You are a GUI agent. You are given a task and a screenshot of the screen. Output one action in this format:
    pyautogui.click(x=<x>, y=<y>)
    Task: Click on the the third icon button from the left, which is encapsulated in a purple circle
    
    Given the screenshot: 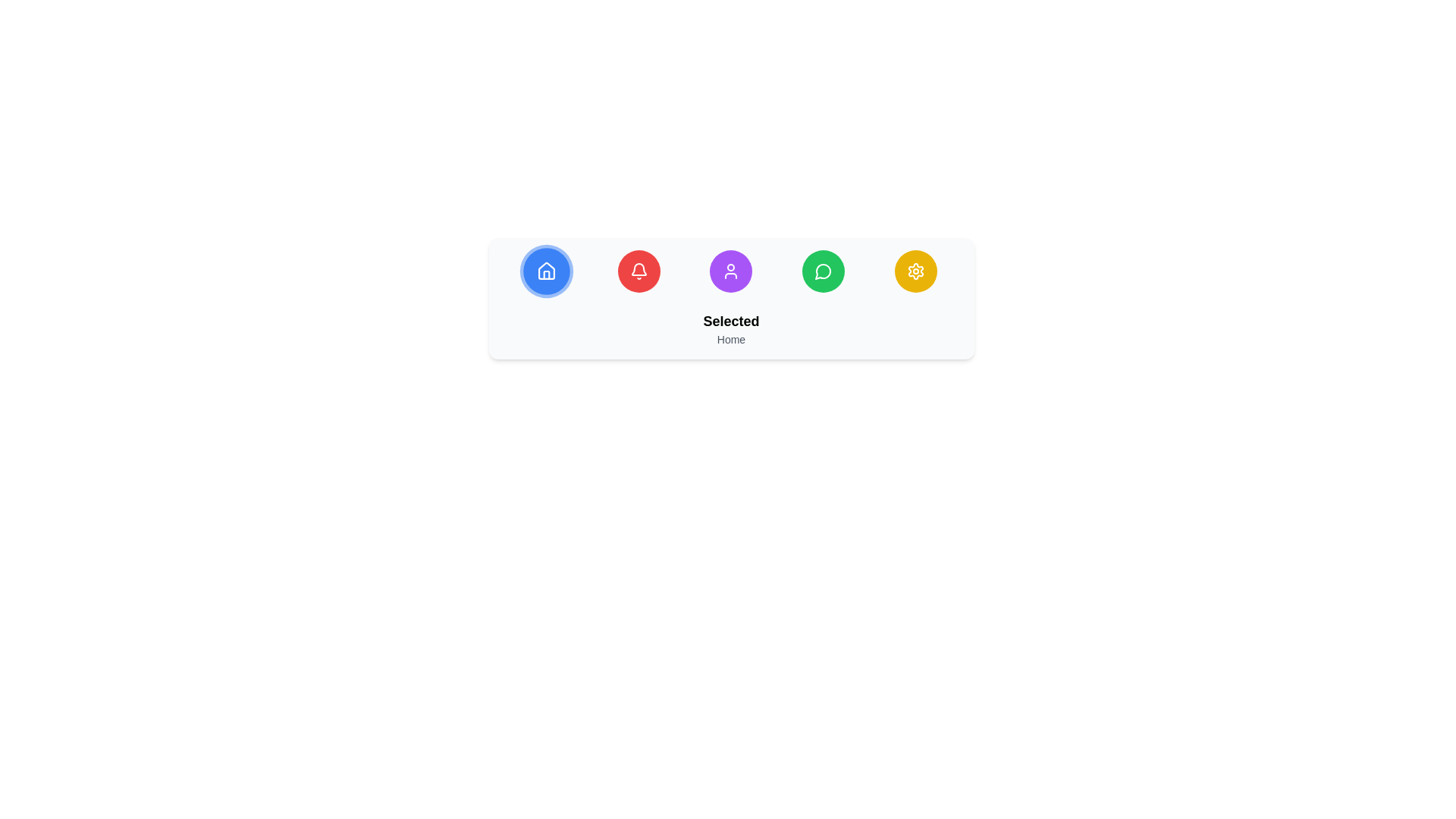 What is the action you would take?
    pyautogui.click(x=731, y=271)
    